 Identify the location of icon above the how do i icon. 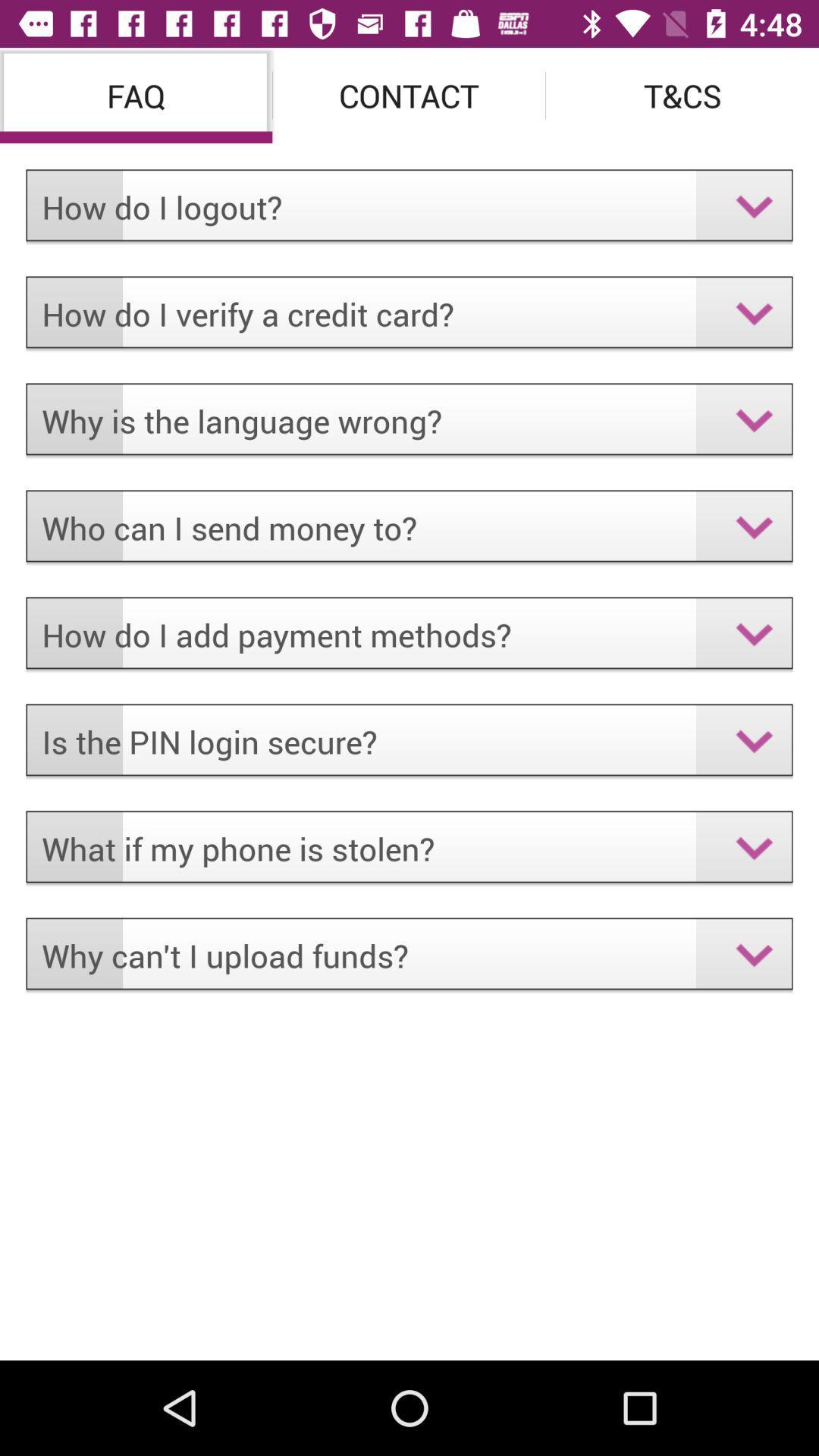
(681, 94).